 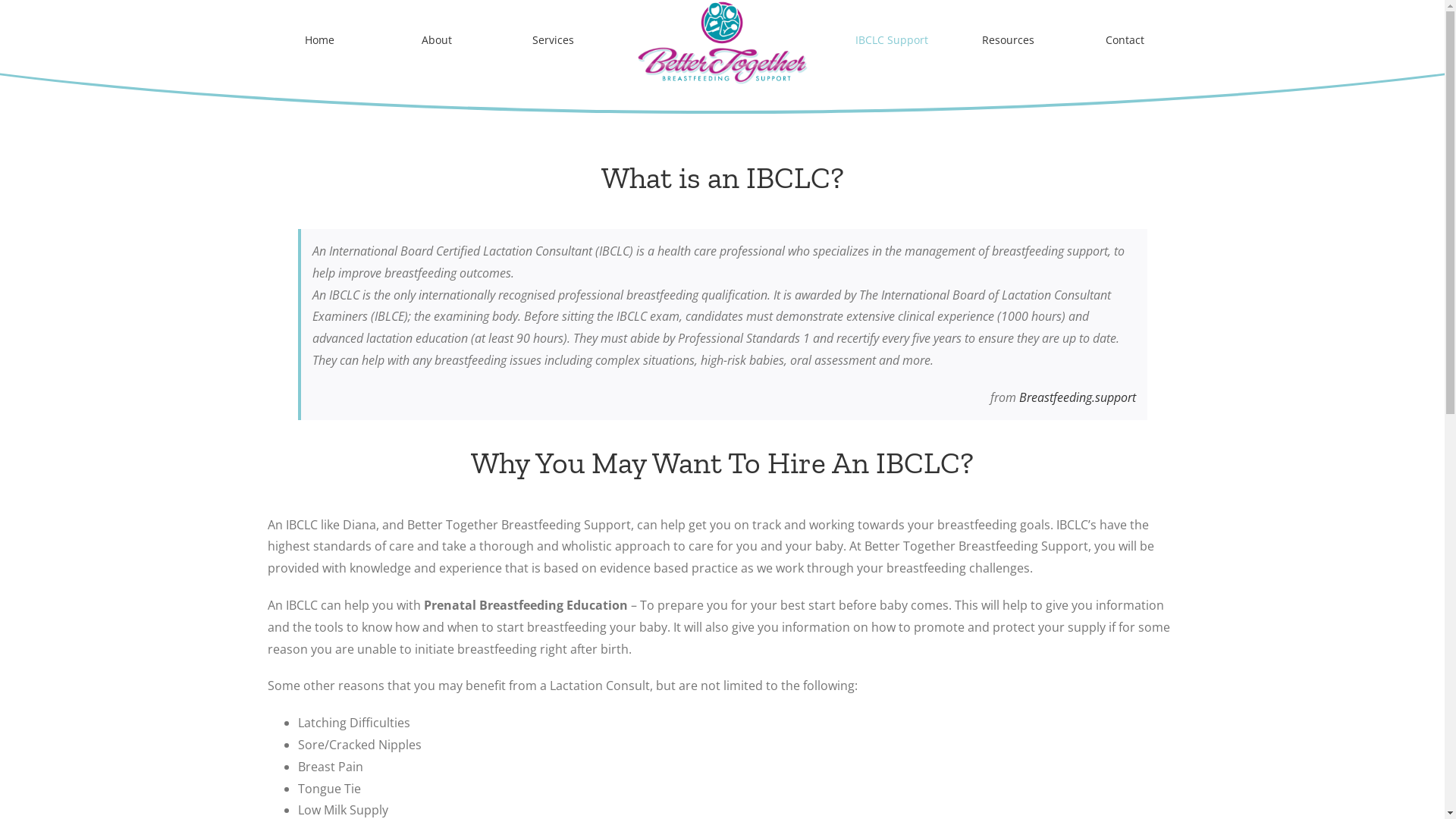 What do you see at coordinates (1125, 39) in the screenshot?
I see `'Contact'` at bounding box center [1125, 39].